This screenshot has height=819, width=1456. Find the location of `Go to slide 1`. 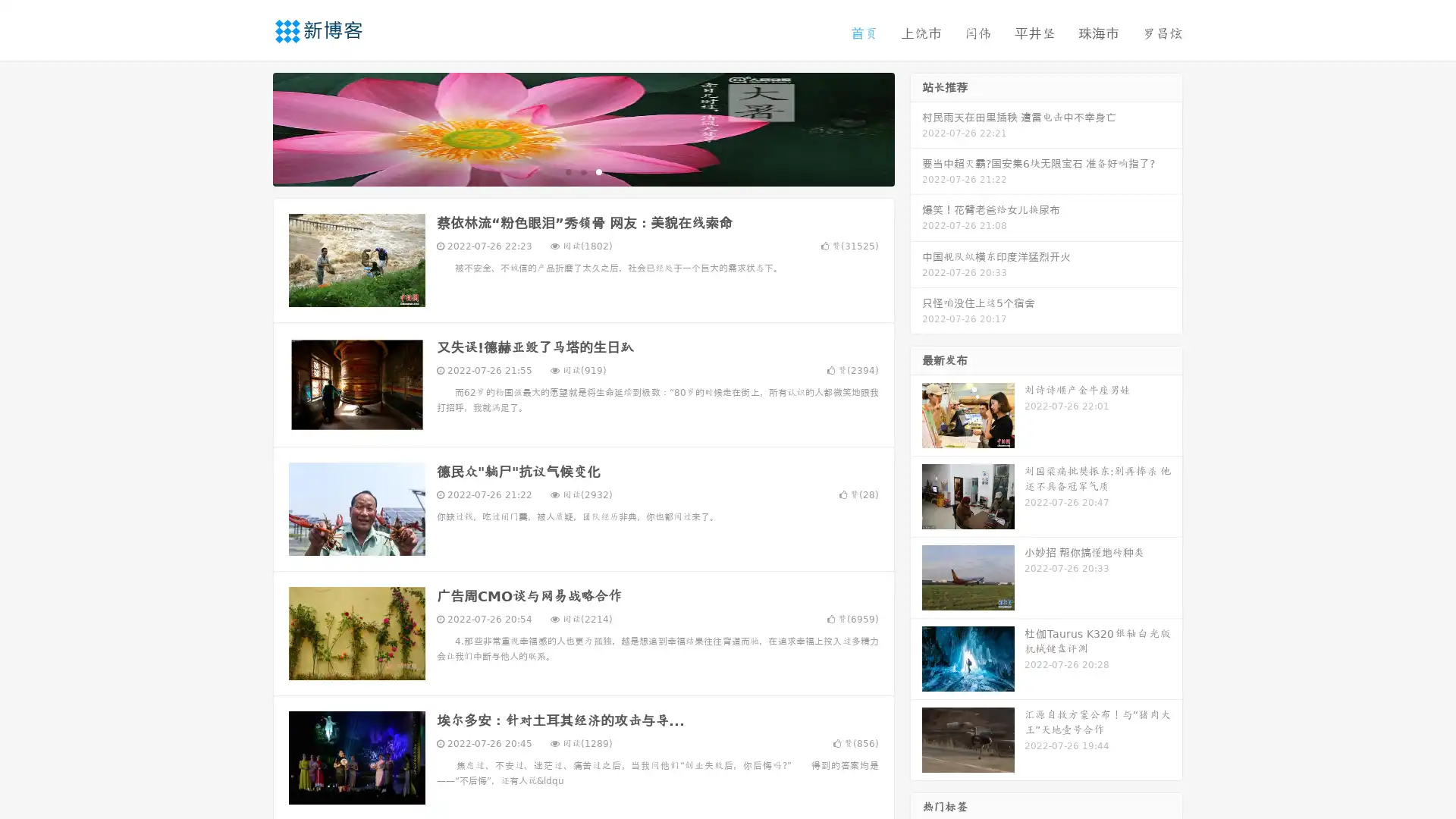

Go to slide 1 is located at coordinates (567, 171).